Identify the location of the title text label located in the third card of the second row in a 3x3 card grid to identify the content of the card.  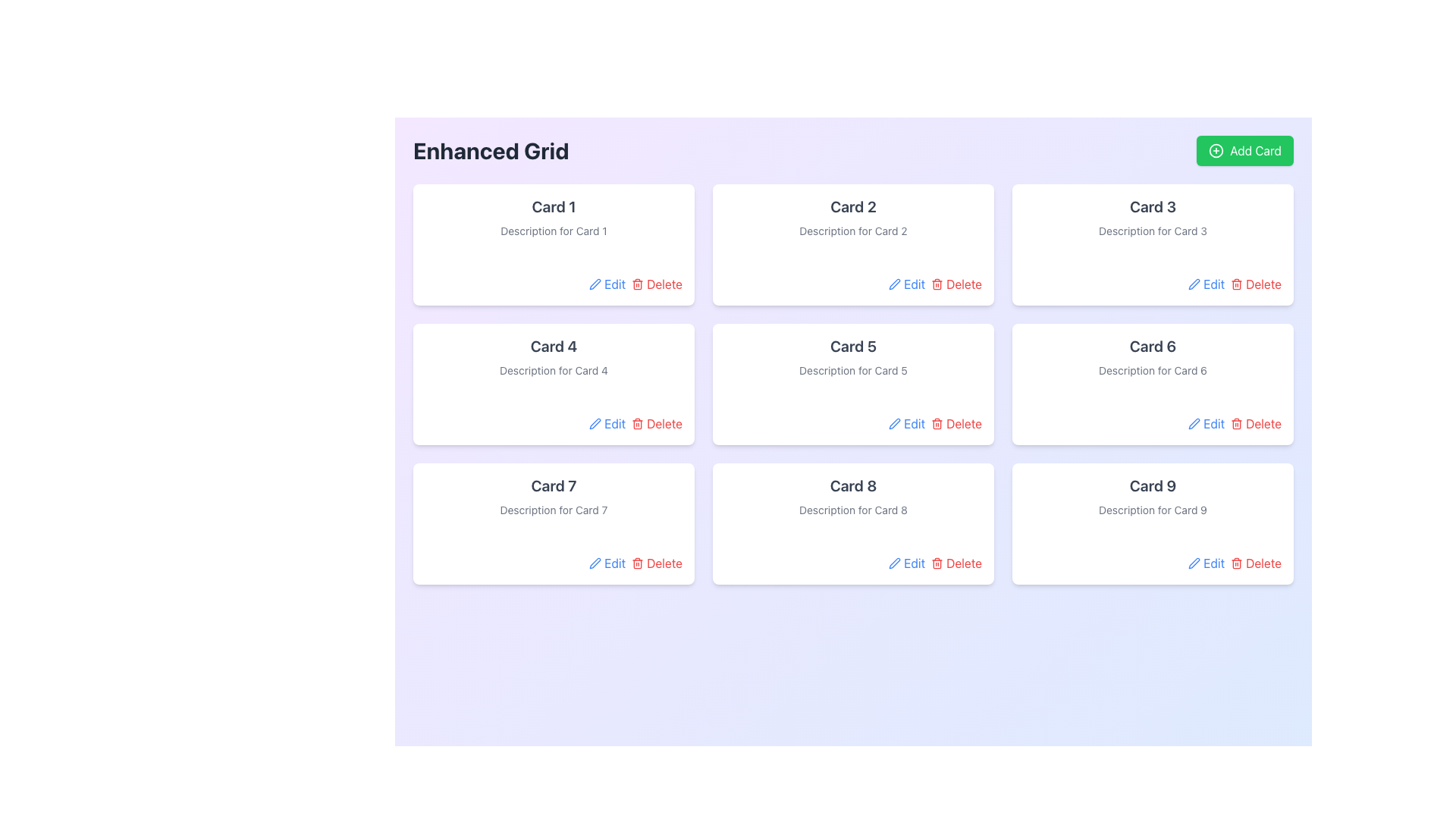
(853, 346).